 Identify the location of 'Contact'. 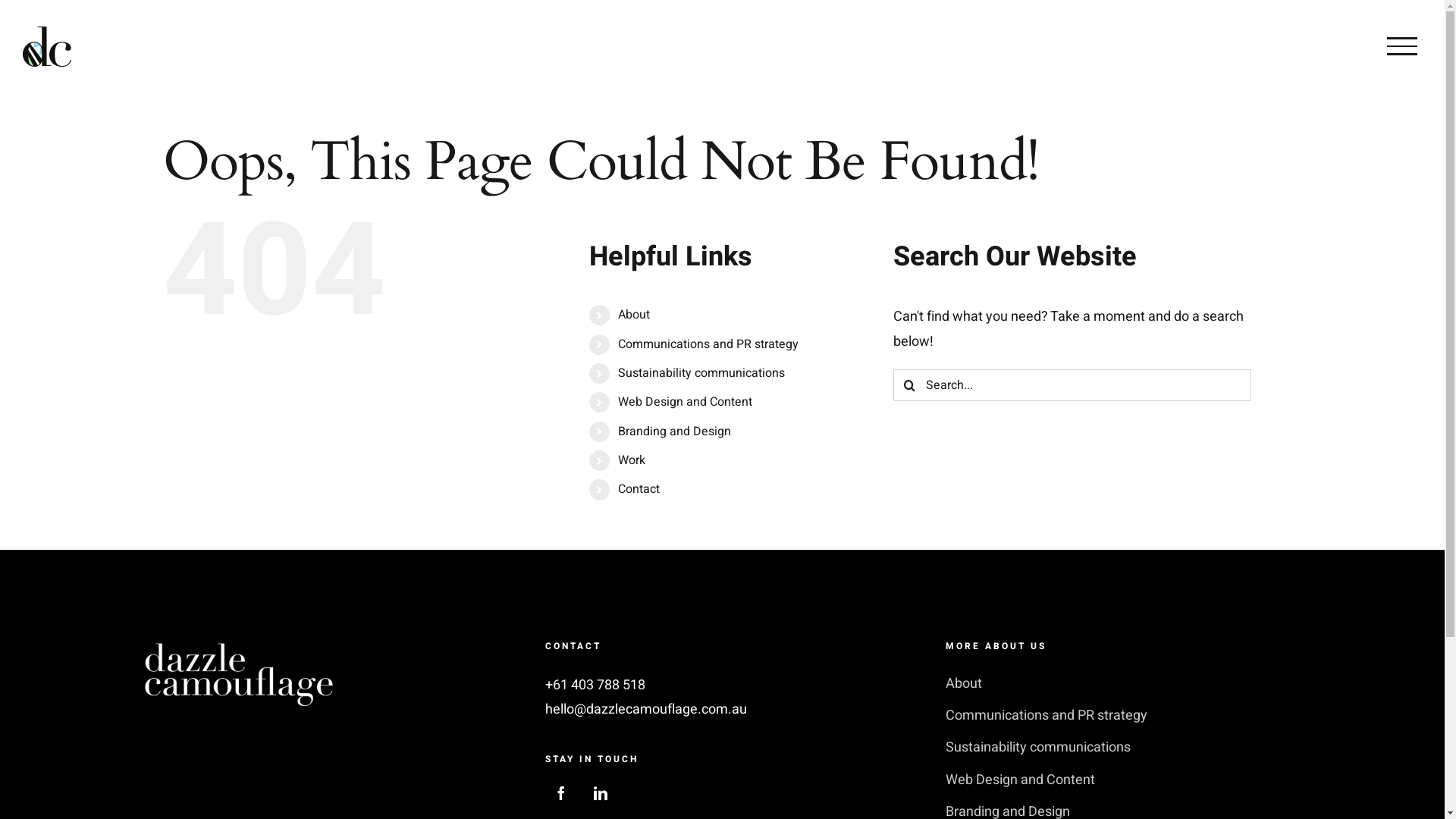
(618, 488).